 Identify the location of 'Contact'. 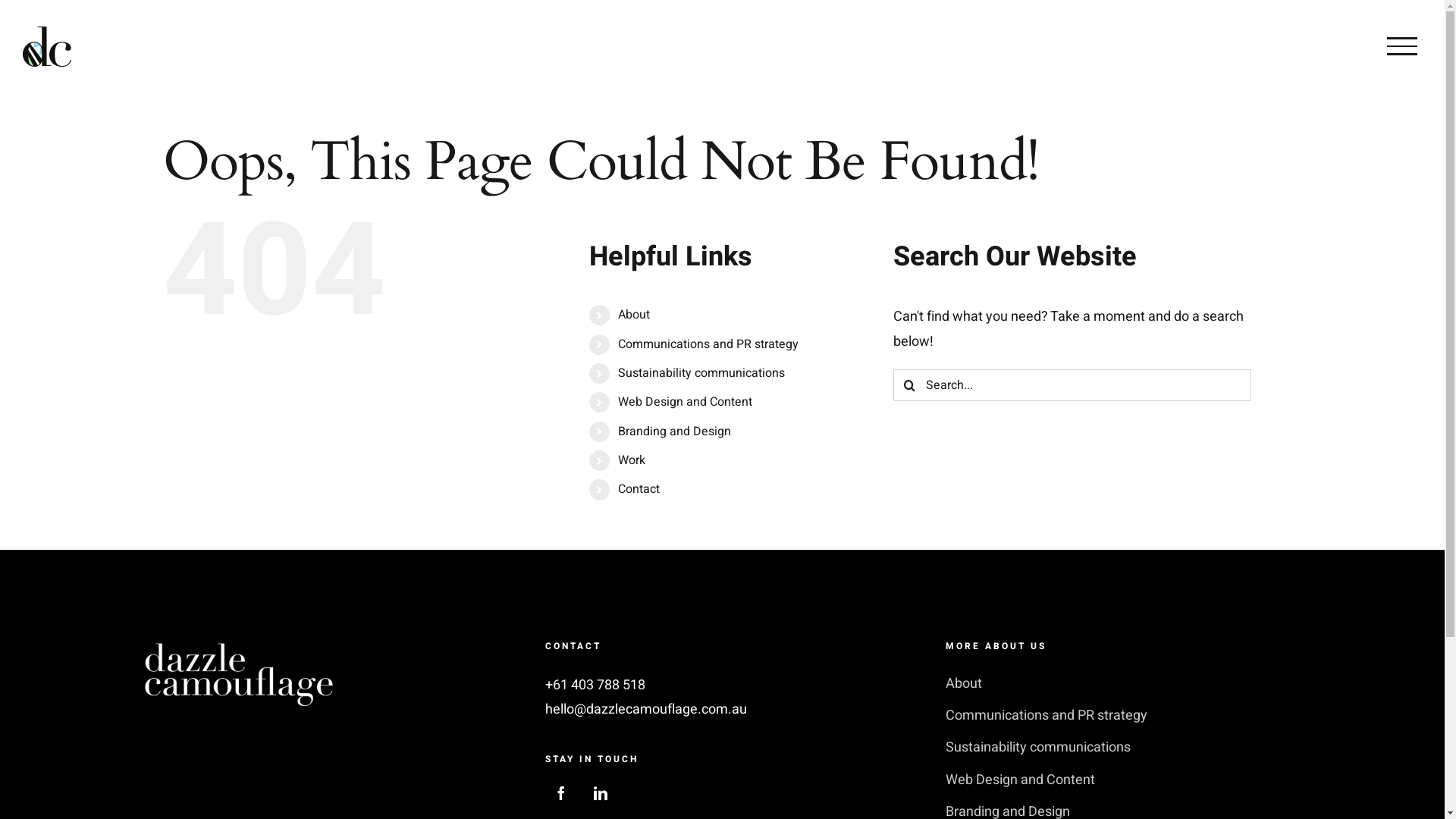
(618, 488).